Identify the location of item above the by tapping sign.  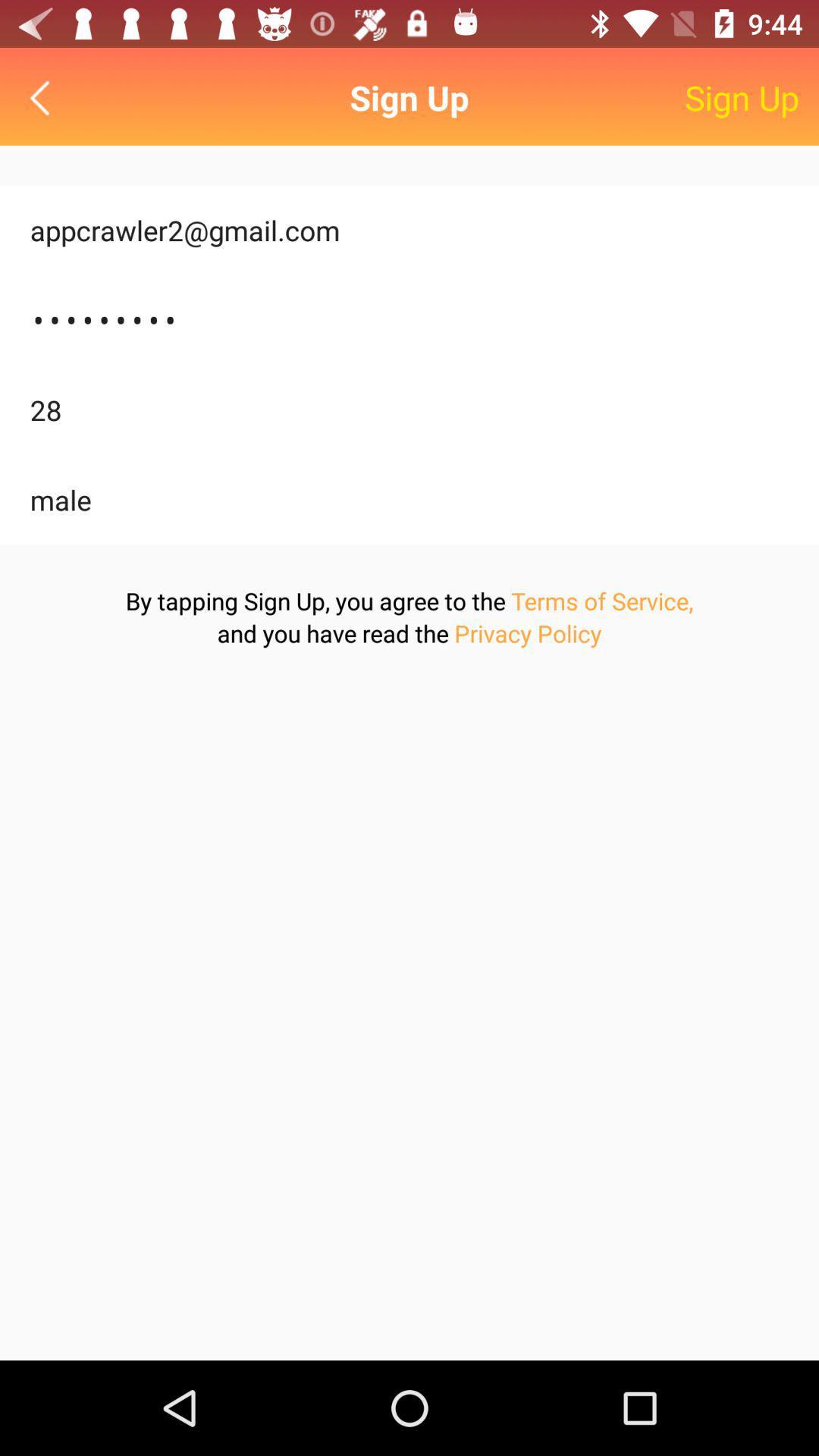
(409, 500).